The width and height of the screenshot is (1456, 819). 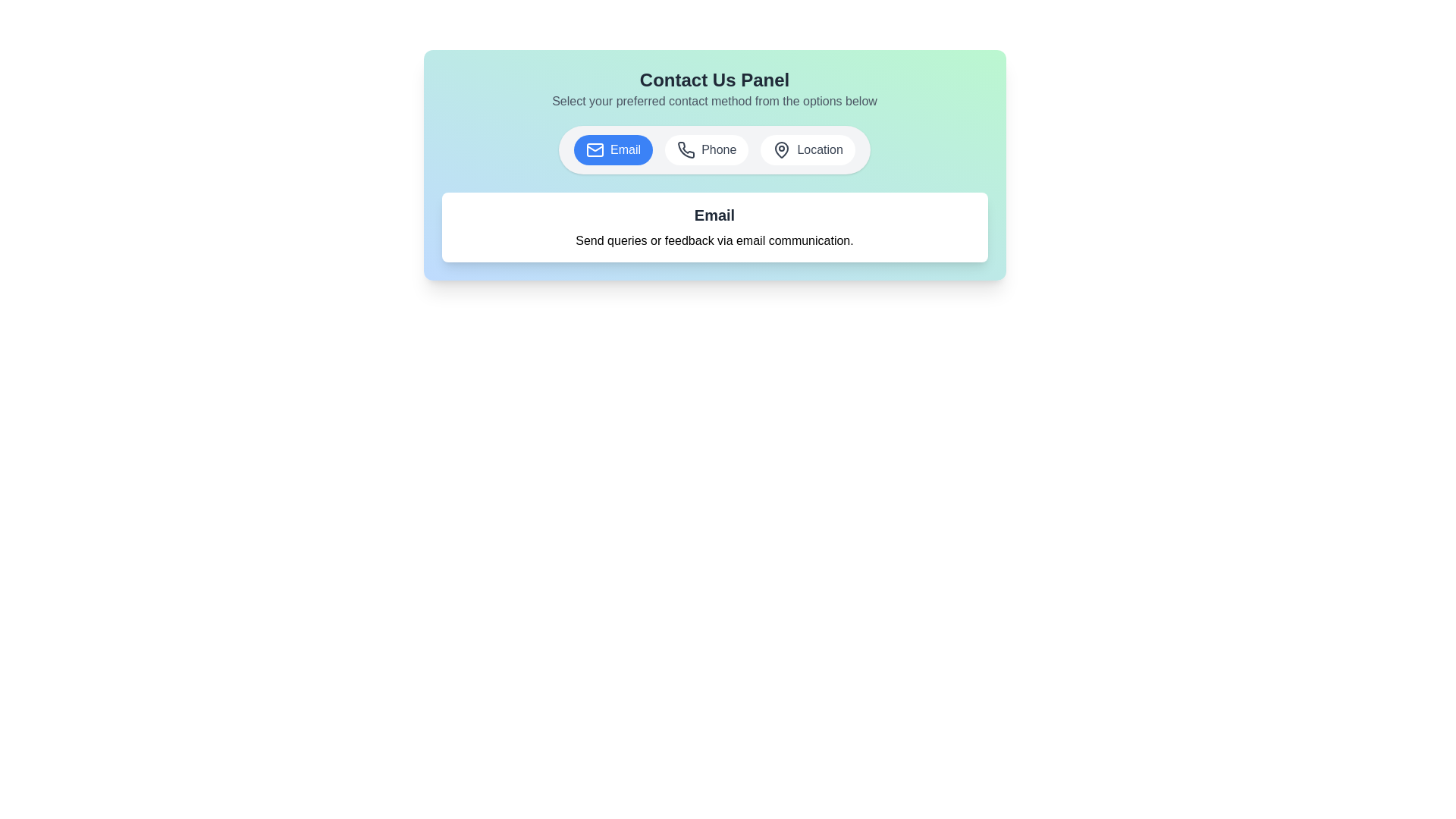 I want to click on the phone receiver icon, which is the second option labeled 'Phone' in a horizontal layout of choices: 'Email', 'Phone', and 'Location', so click(x=686, y=149).